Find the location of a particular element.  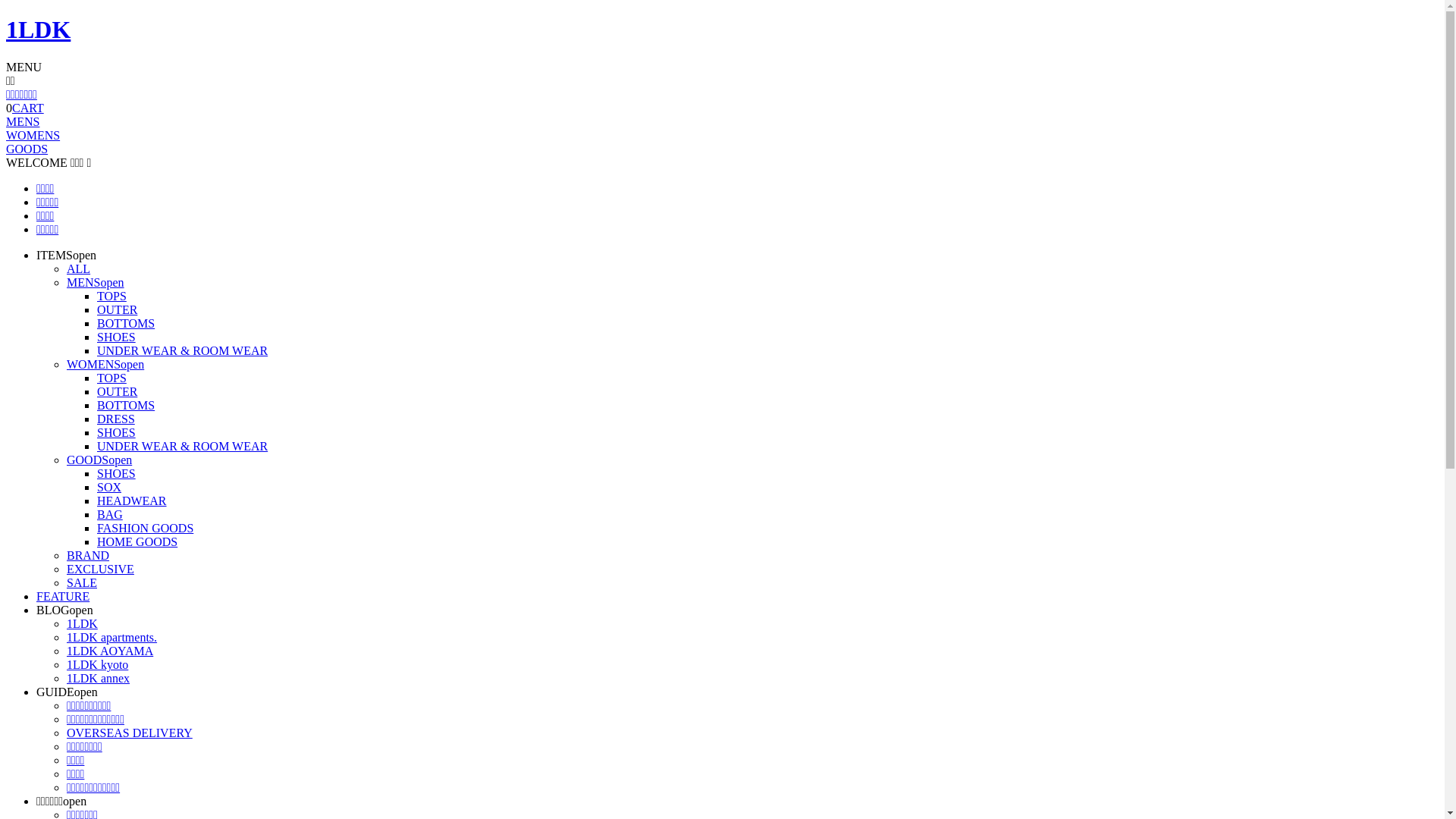

'SOX' is located at coordinates (108, 487).